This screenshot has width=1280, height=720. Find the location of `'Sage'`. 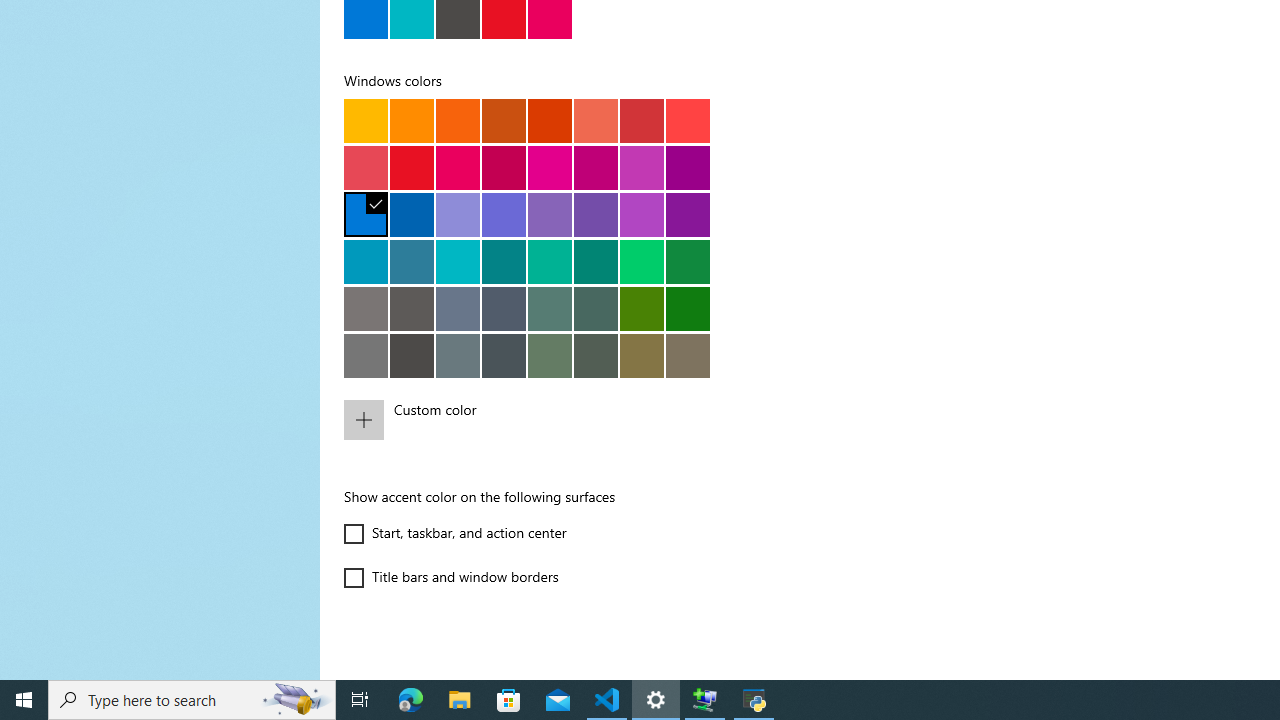

'Sage' is located at coordinates (594, 354).